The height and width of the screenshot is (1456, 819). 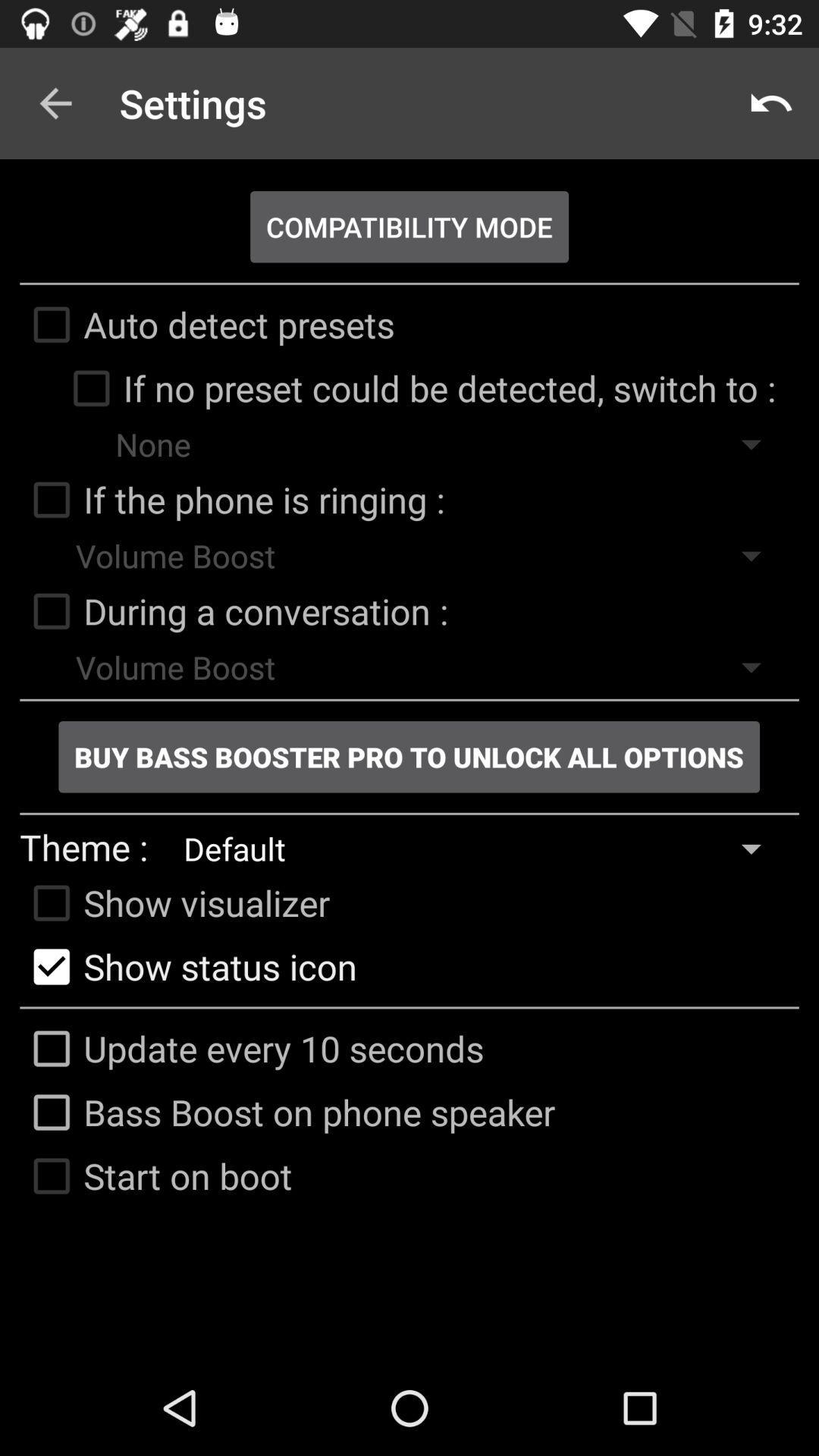 I want to click on icon below the update every 10 icon, so click(x=287, y=1112).